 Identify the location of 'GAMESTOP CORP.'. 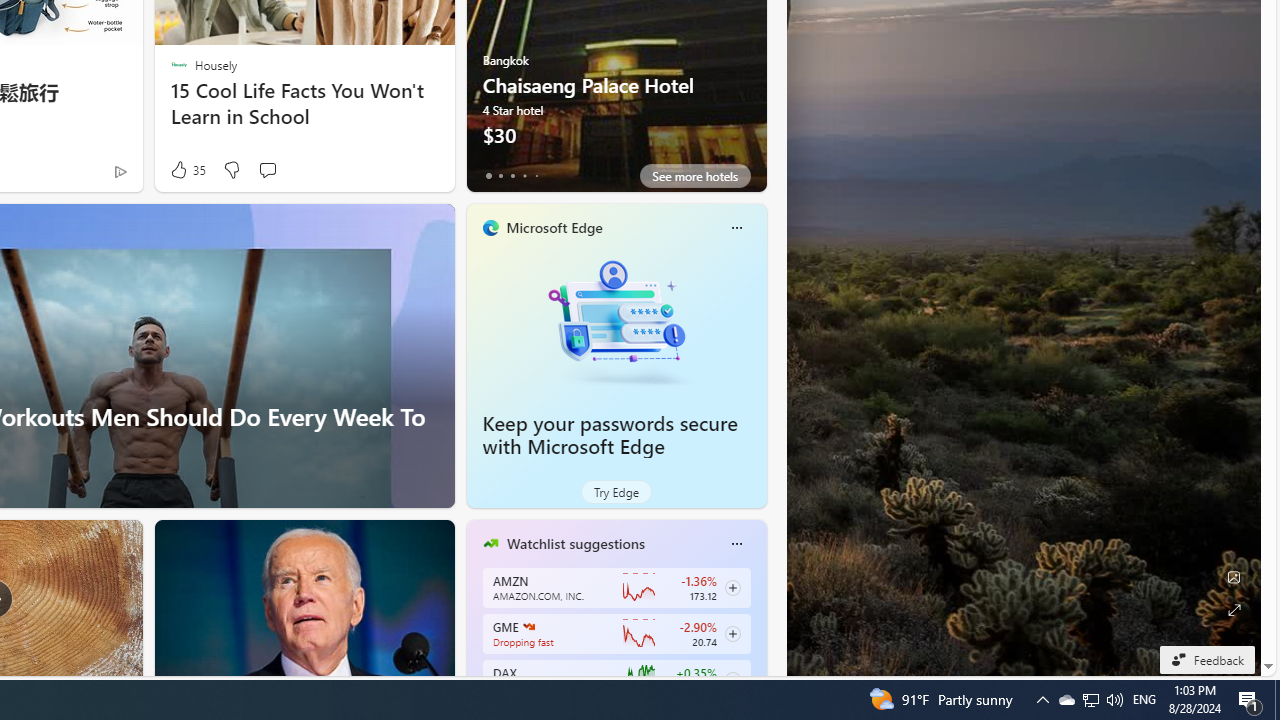
(528, 625).